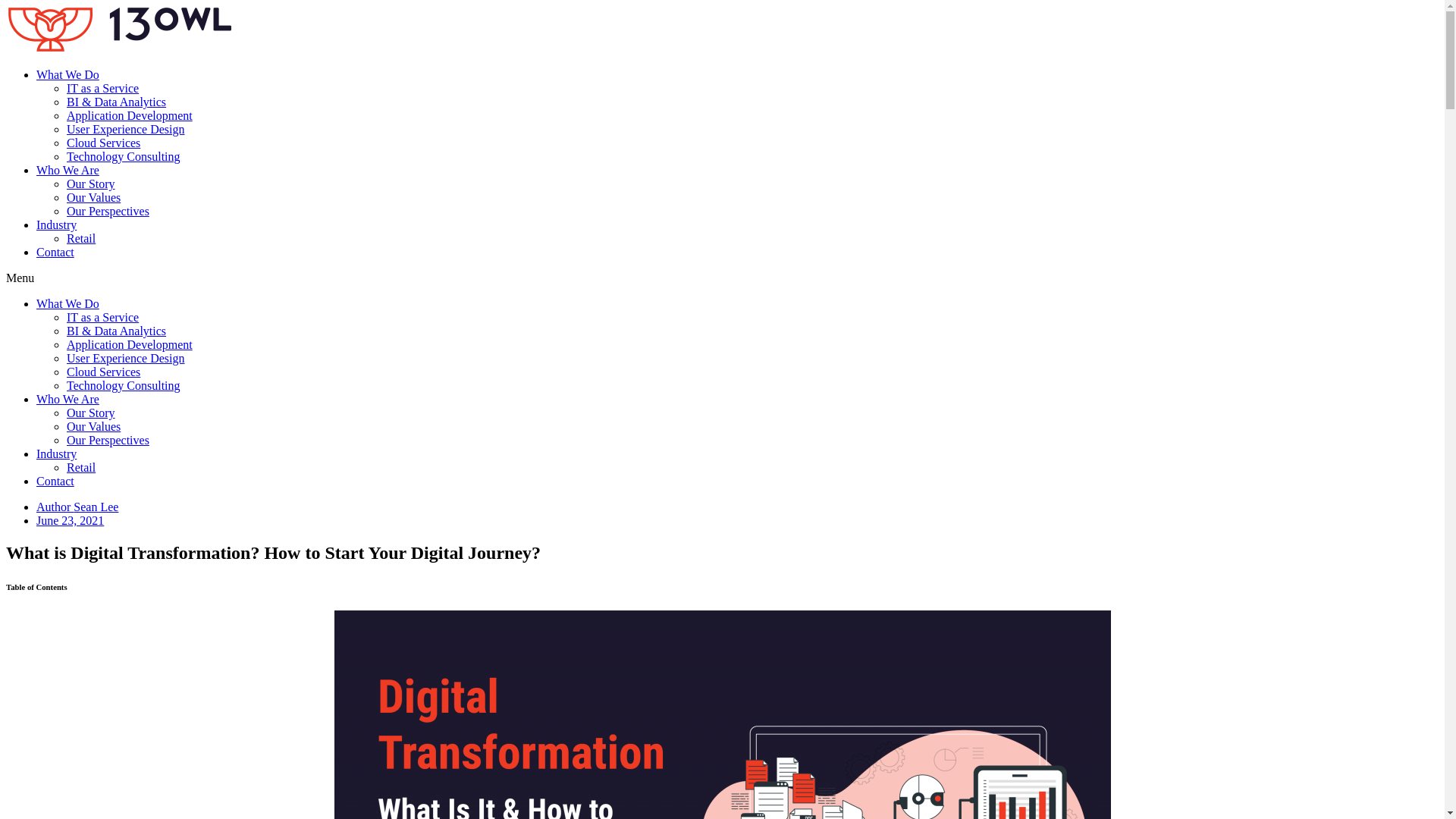 The image size is (1456, 819). I want to click on 'Cloud Services', so click(102, 143).